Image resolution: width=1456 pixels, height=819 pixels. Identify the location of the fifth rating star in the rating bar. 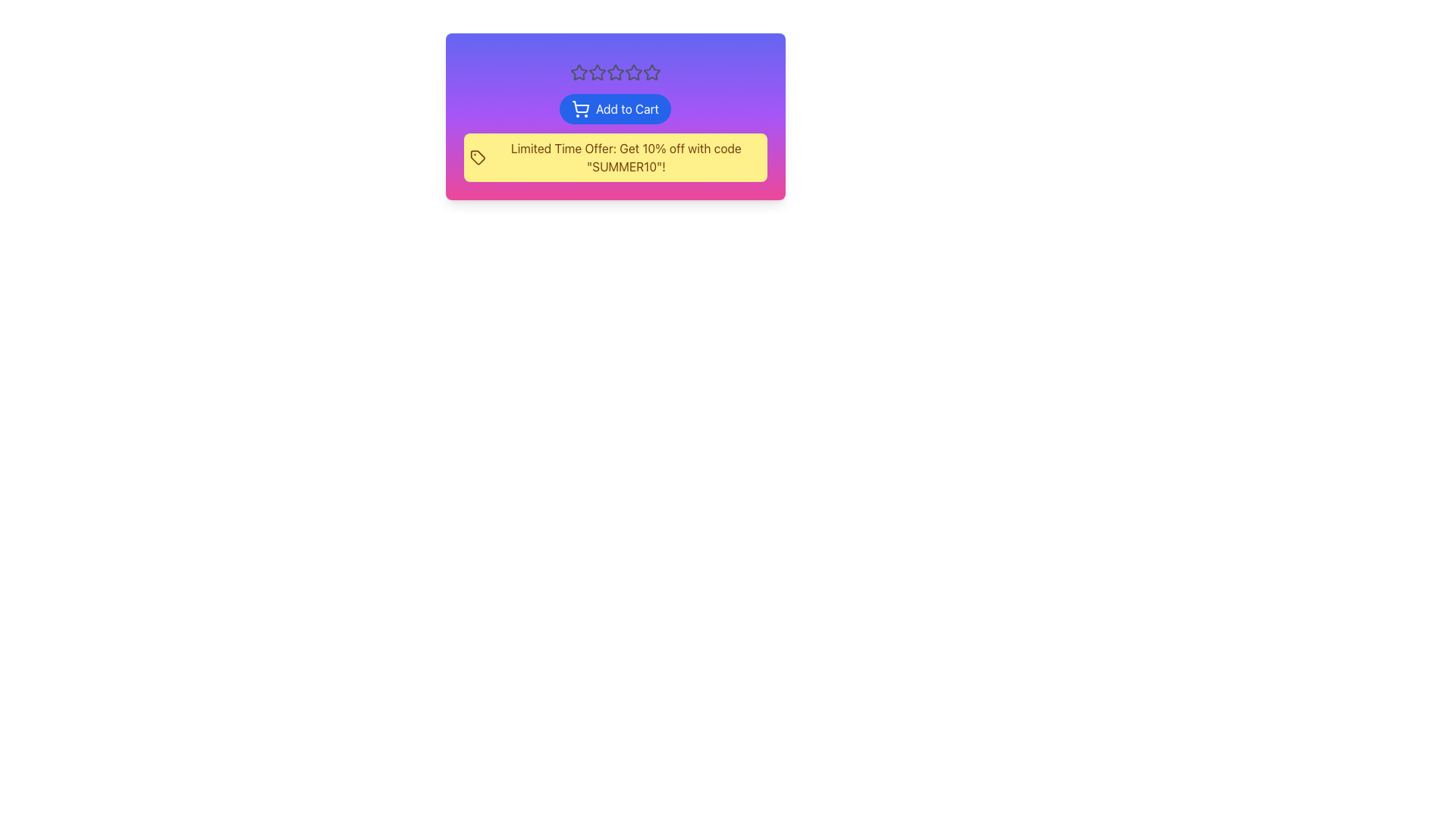
(633, 73).